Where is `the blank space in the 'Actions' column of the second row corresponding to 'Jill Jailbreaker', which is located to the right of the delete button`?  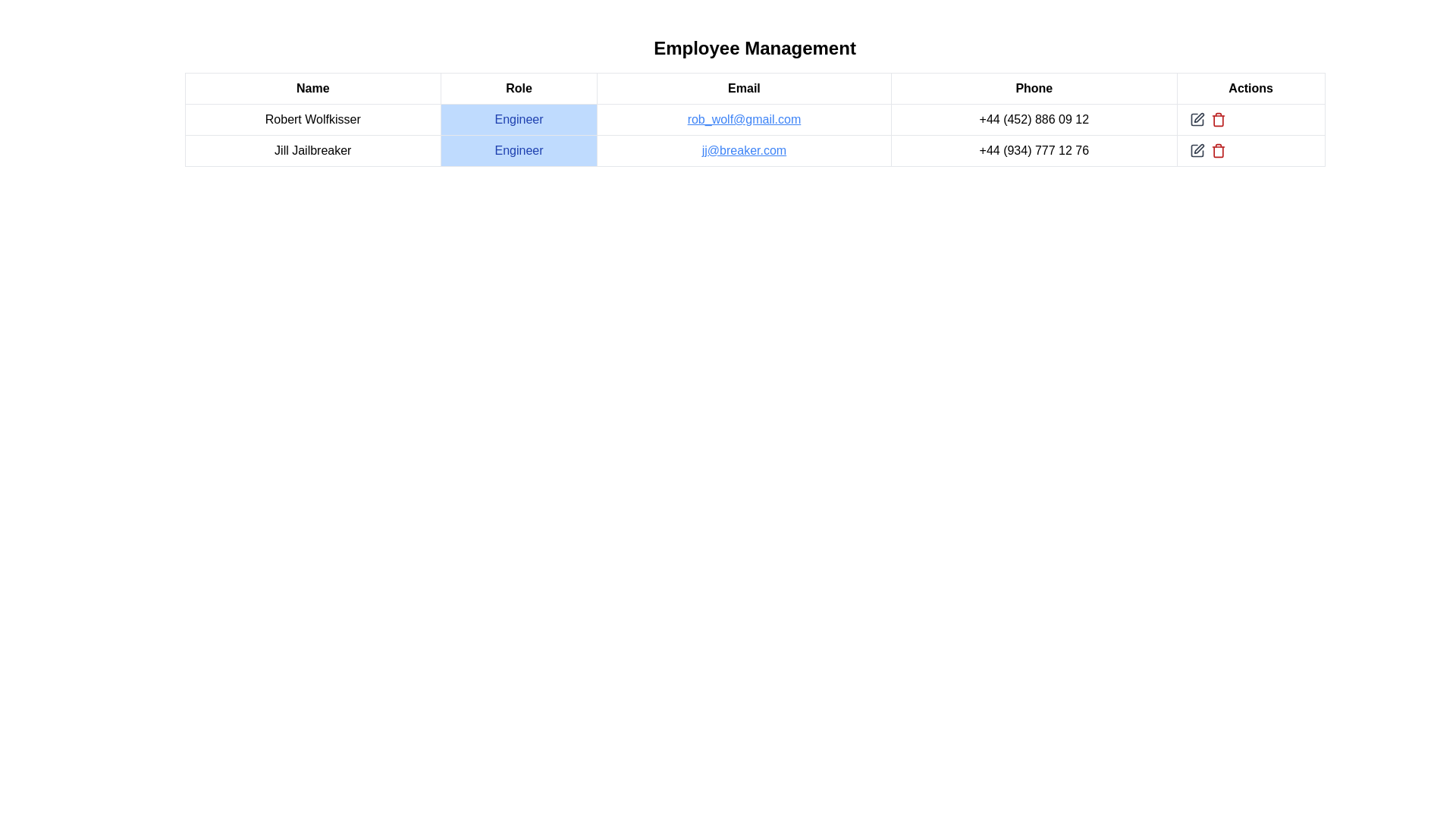
the blank space in the 'Actions' column of the second row corresponding to 'Jill Jailbreaker', which is located to the right of the delete button is located at coordinates (1250, 151).